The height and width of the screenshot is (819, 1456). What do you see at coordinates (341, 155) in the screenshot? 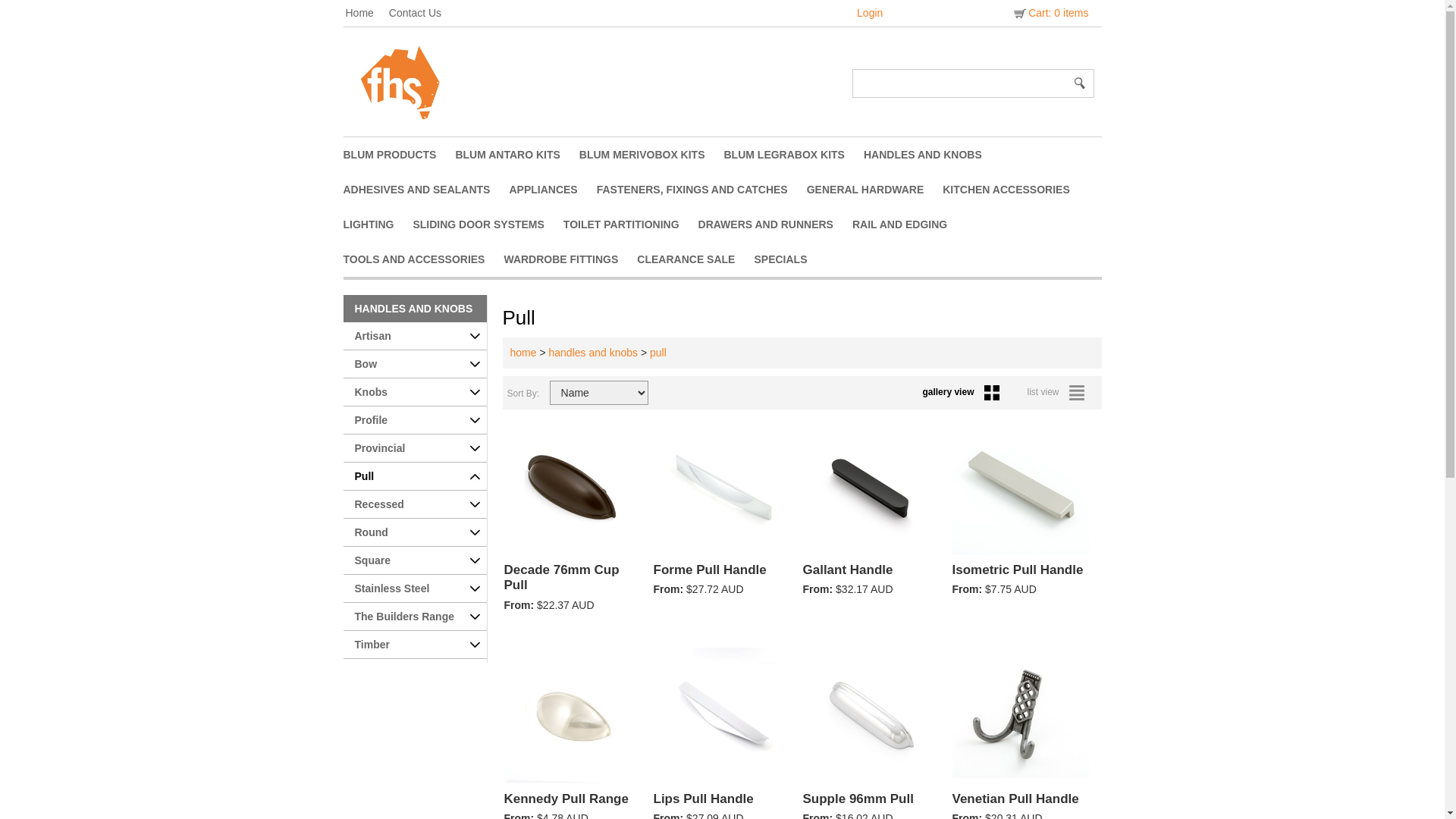
I see `'BLUM PRODUCTS'` at bounding box center [341, 155].